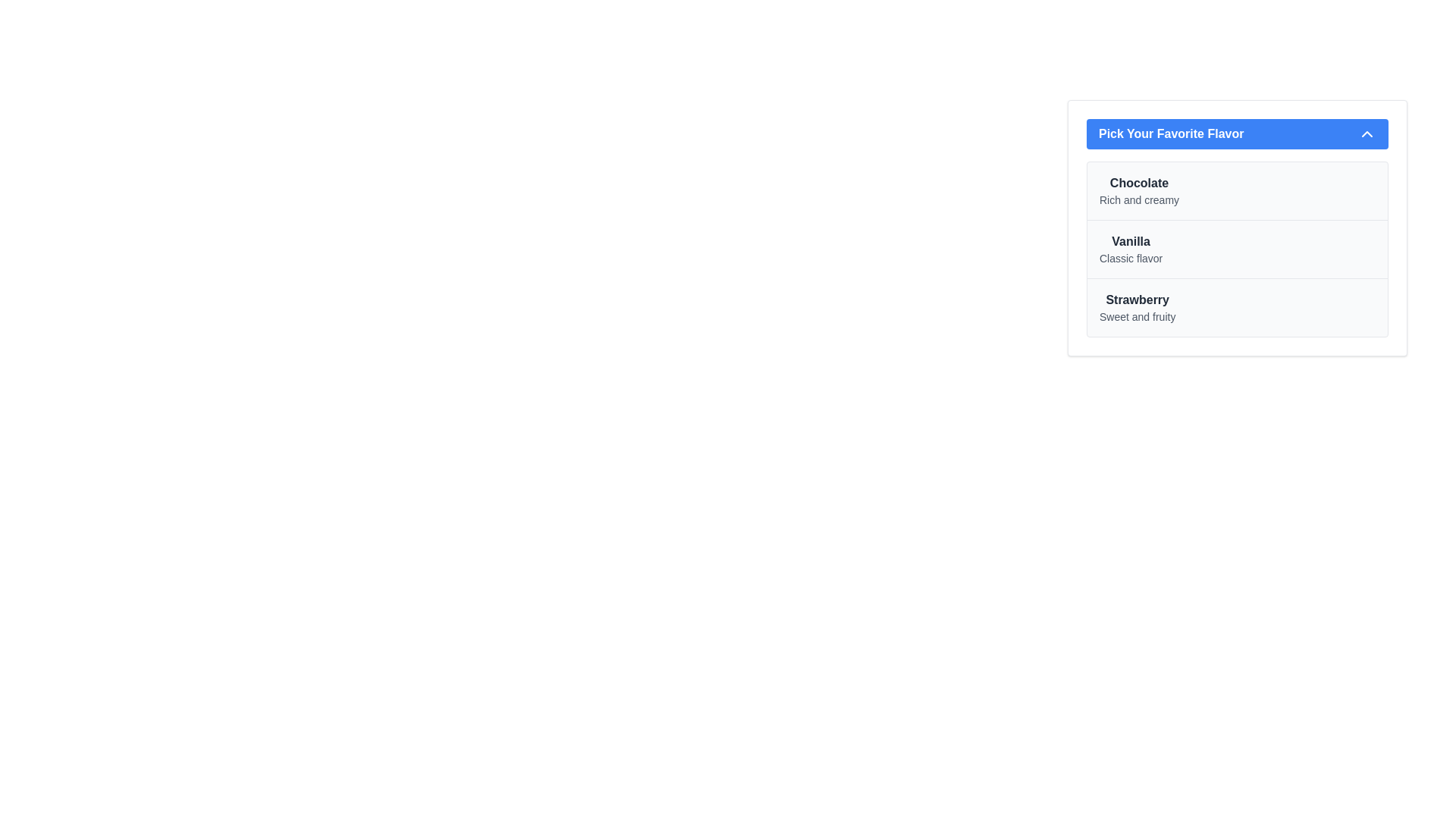  What do you see at coordinates (1139, 190) in the screenshot?
I see `the selectable option for the flavor 'Chocolate' located in the dropdown menu under 'Pick Your Favorite Flavor'` at bounding box center [1139, 190].